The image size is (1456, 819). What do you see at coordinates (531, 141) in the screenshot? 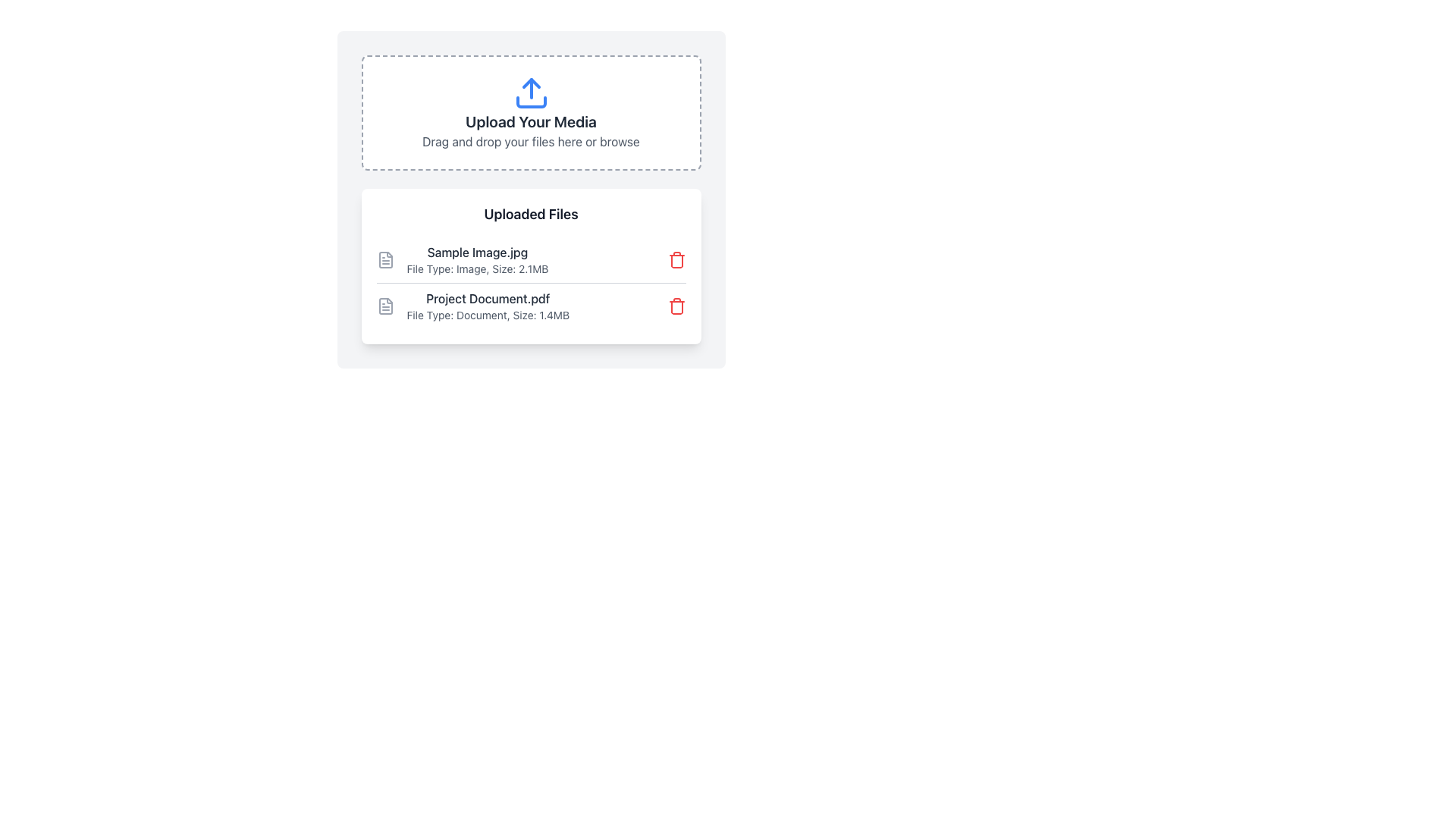
I see `the text label that reads 'Drag and drop your files here or browse', which is located directly below the text 'Upload Your Media' in a muted gray color` at bounding box center [531, 141].